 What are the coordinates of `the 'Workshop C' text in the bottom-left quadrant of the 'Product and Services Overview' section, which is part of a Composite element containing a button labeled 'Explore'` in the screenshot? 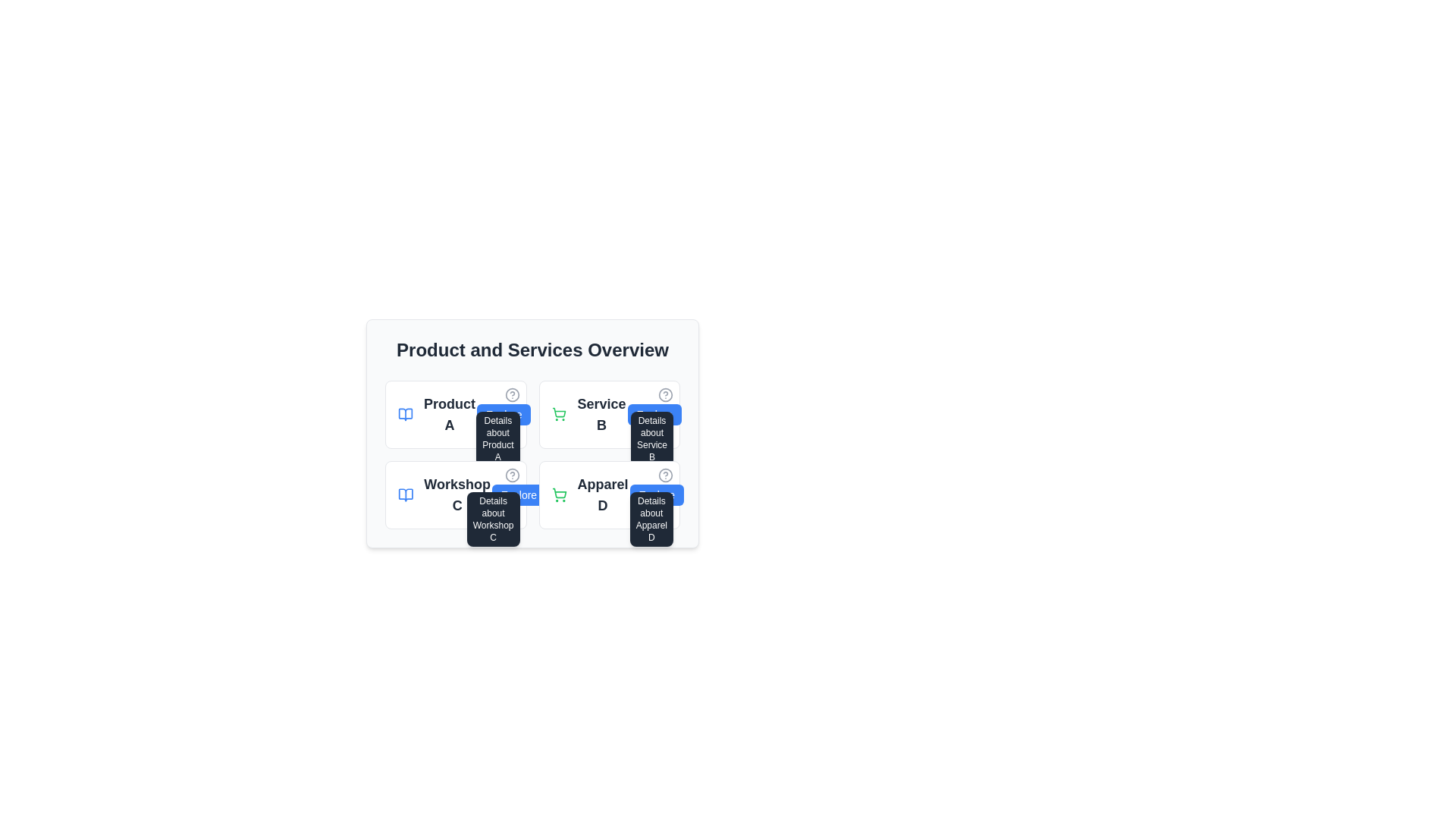 It's located at (455, 494).